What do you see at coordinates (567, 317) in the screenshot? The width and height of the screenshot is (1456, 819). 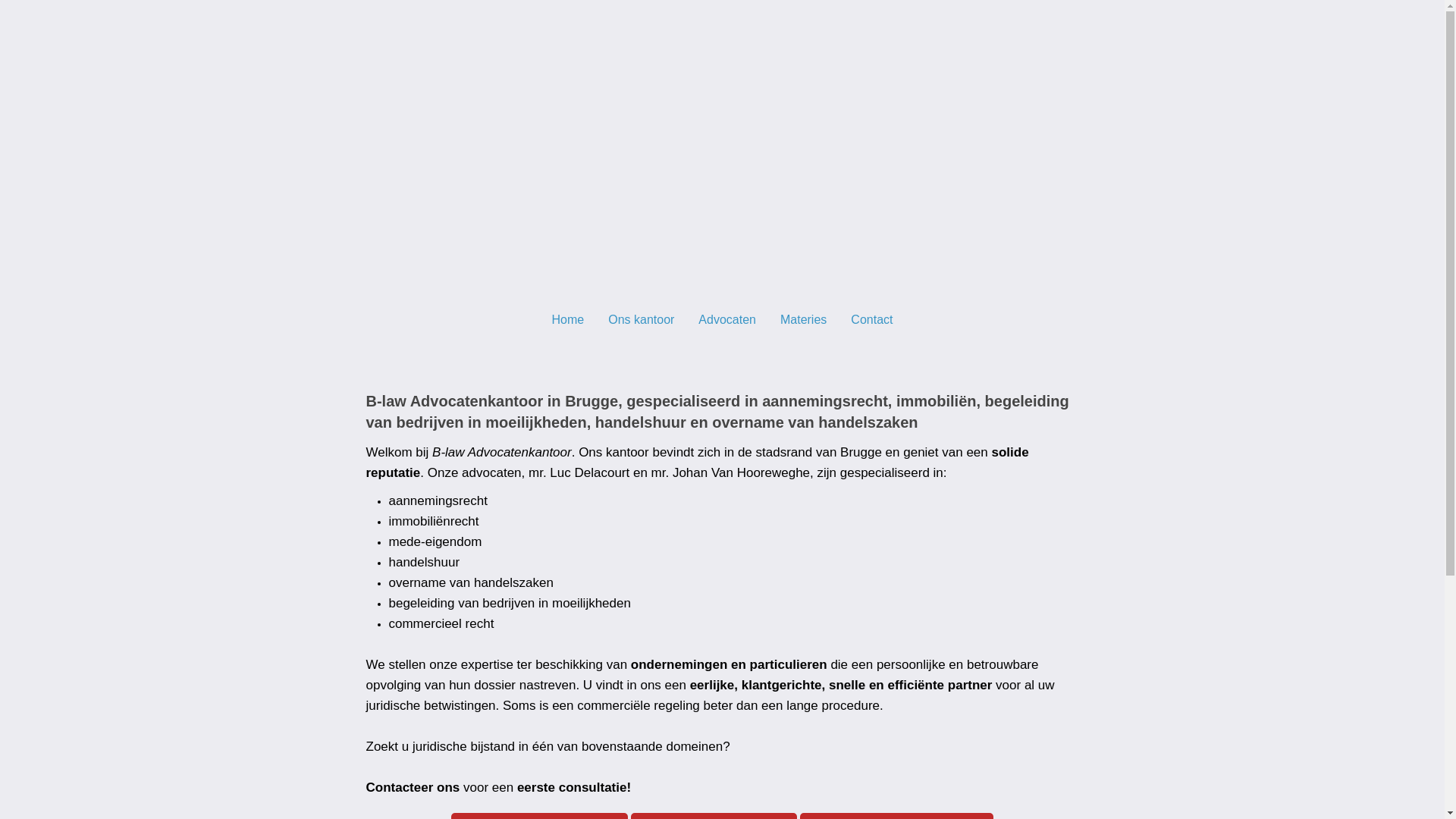 I see `'Home'` at bounding box center [567, 317].